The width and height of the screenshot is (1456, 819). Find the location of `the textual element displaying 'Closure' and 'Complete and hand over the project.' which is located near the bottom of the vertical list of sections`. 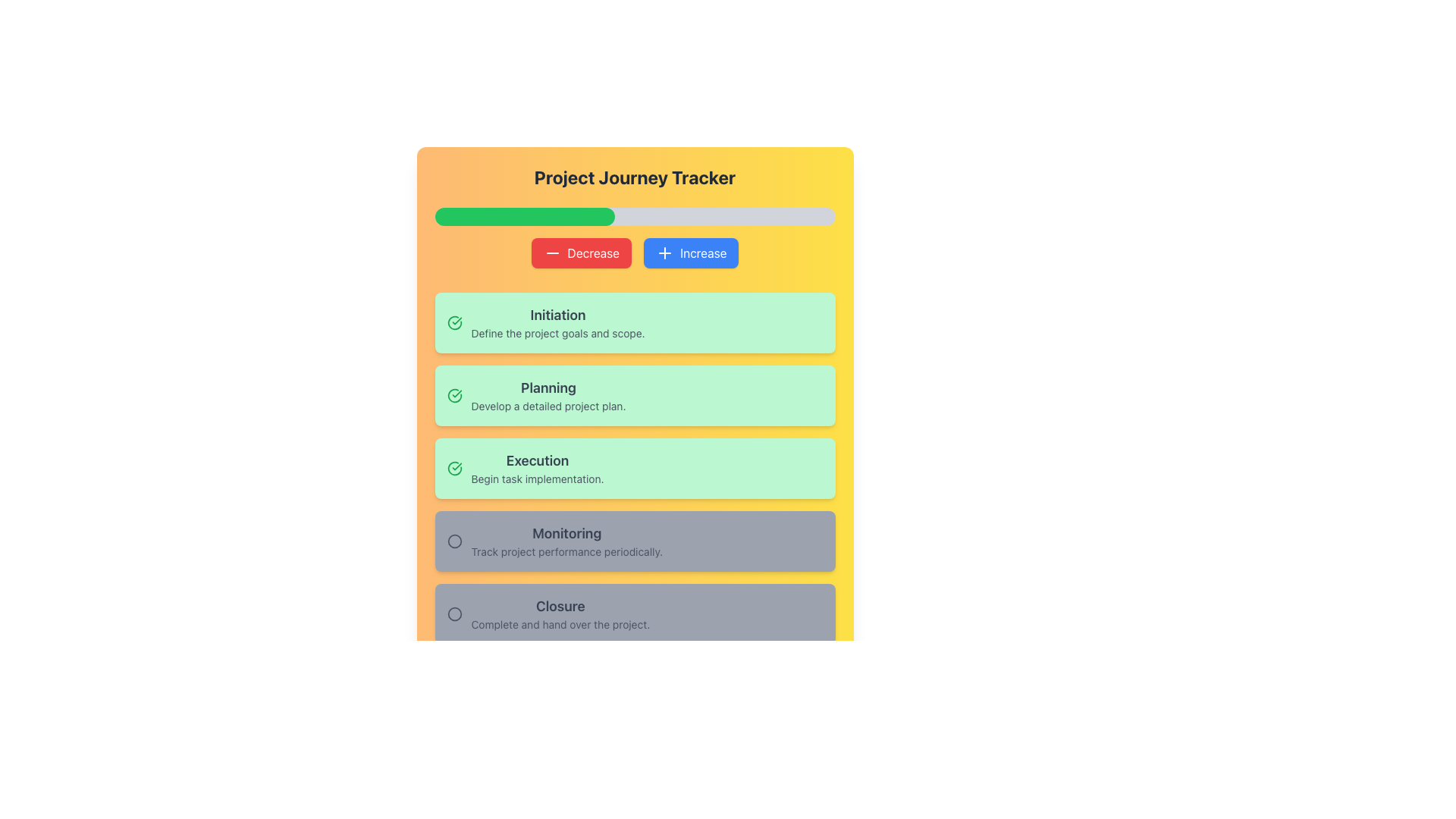

the textual element displaying 'Closure' and 'Complete and hand over the project.' which is located near the bottom of the vertical list of sections is located at coordinates (560, 614).